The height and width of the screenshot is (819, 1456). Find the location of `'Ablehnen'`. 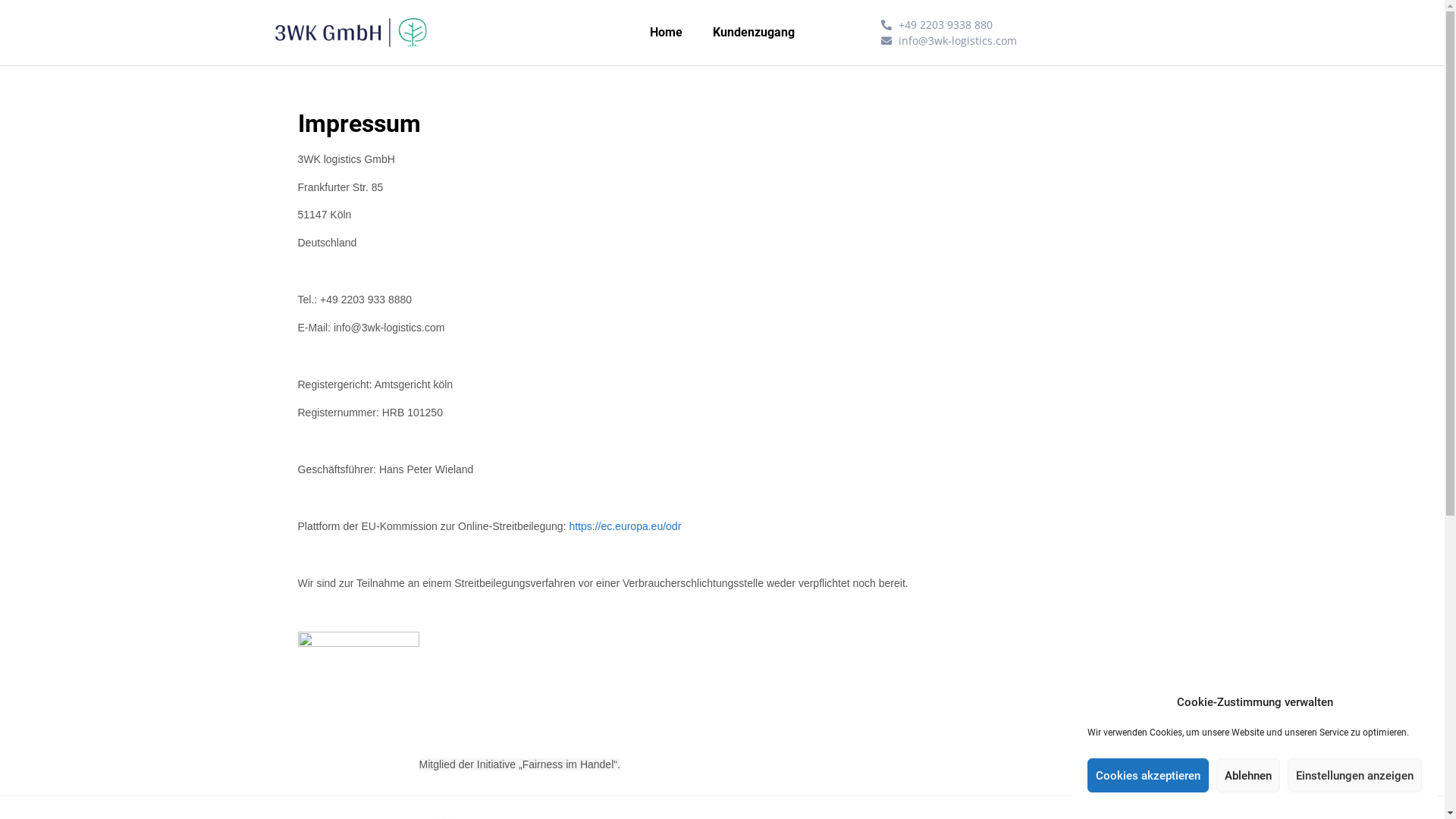

'Ablehnen' is located at coordinates (1248, 775).